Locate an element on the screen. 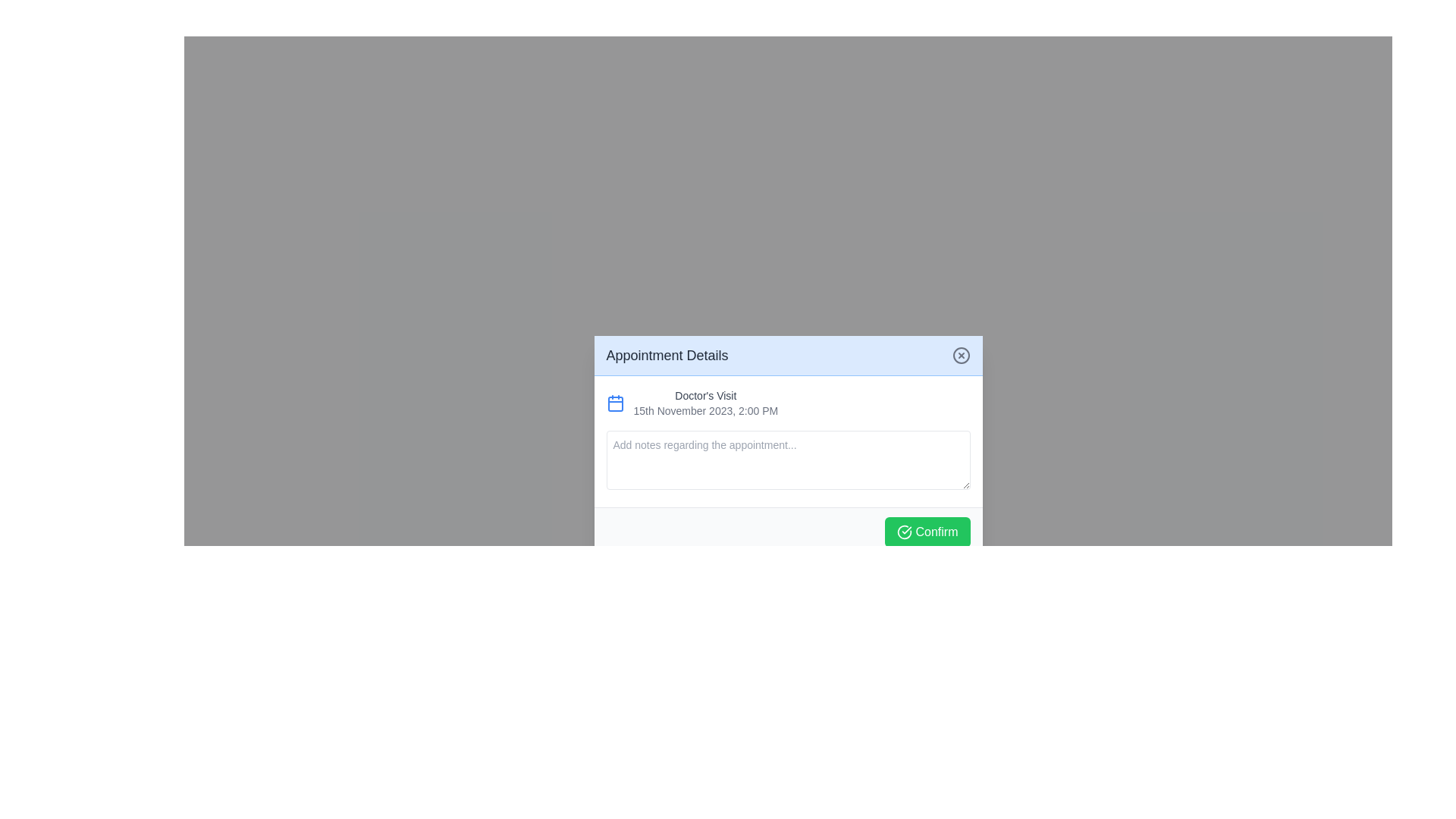 This screenshot has width=1456, height=819. the text label displaying '15th November 2023, 2:00 PM', which is positioned below the 'Doctor's Visit' label is located at coordinates (704, 410).